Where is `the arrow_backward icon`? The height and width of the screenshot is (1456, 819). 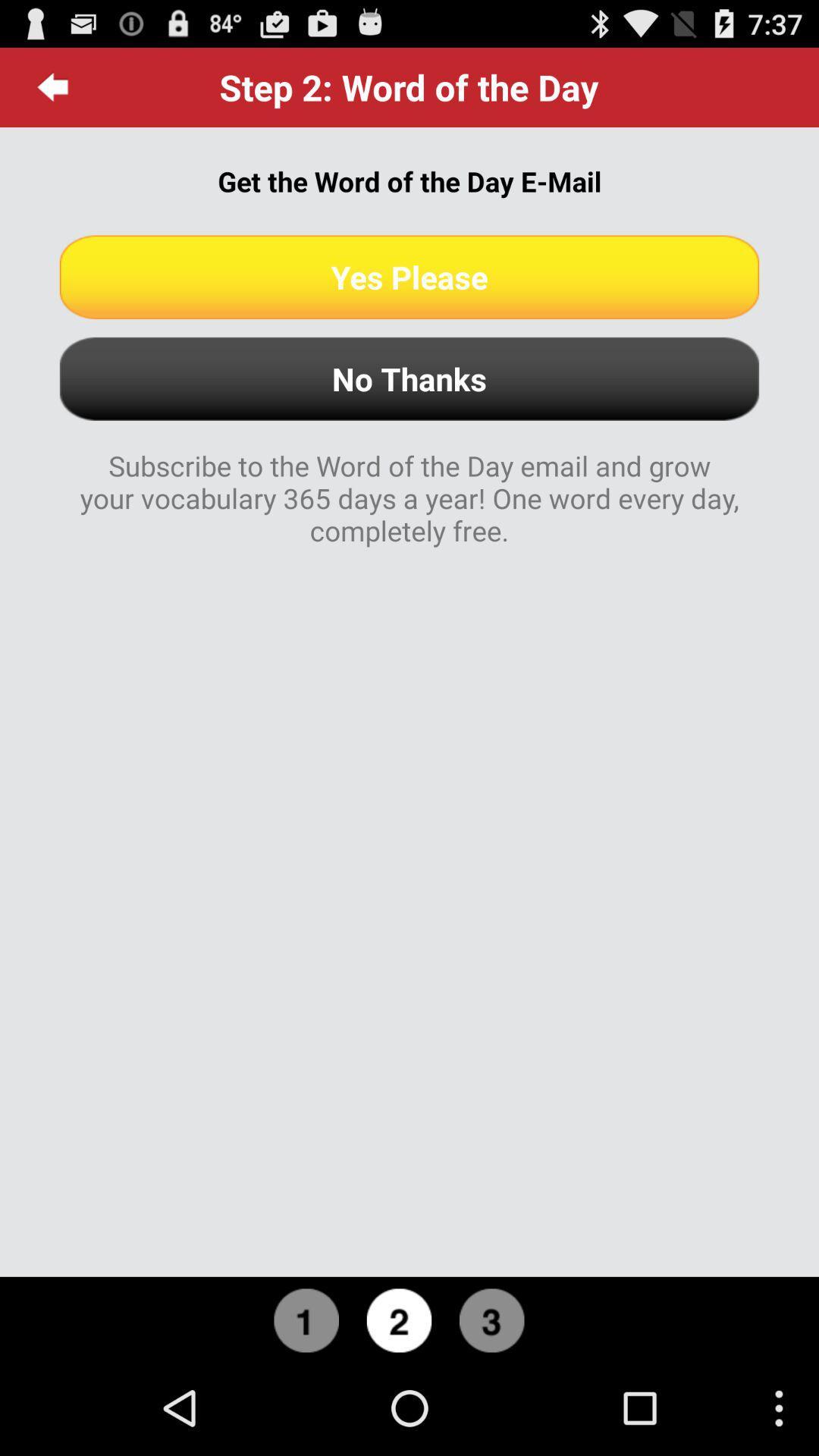
the arrow_backward icon is located at coordinates (52, 93).